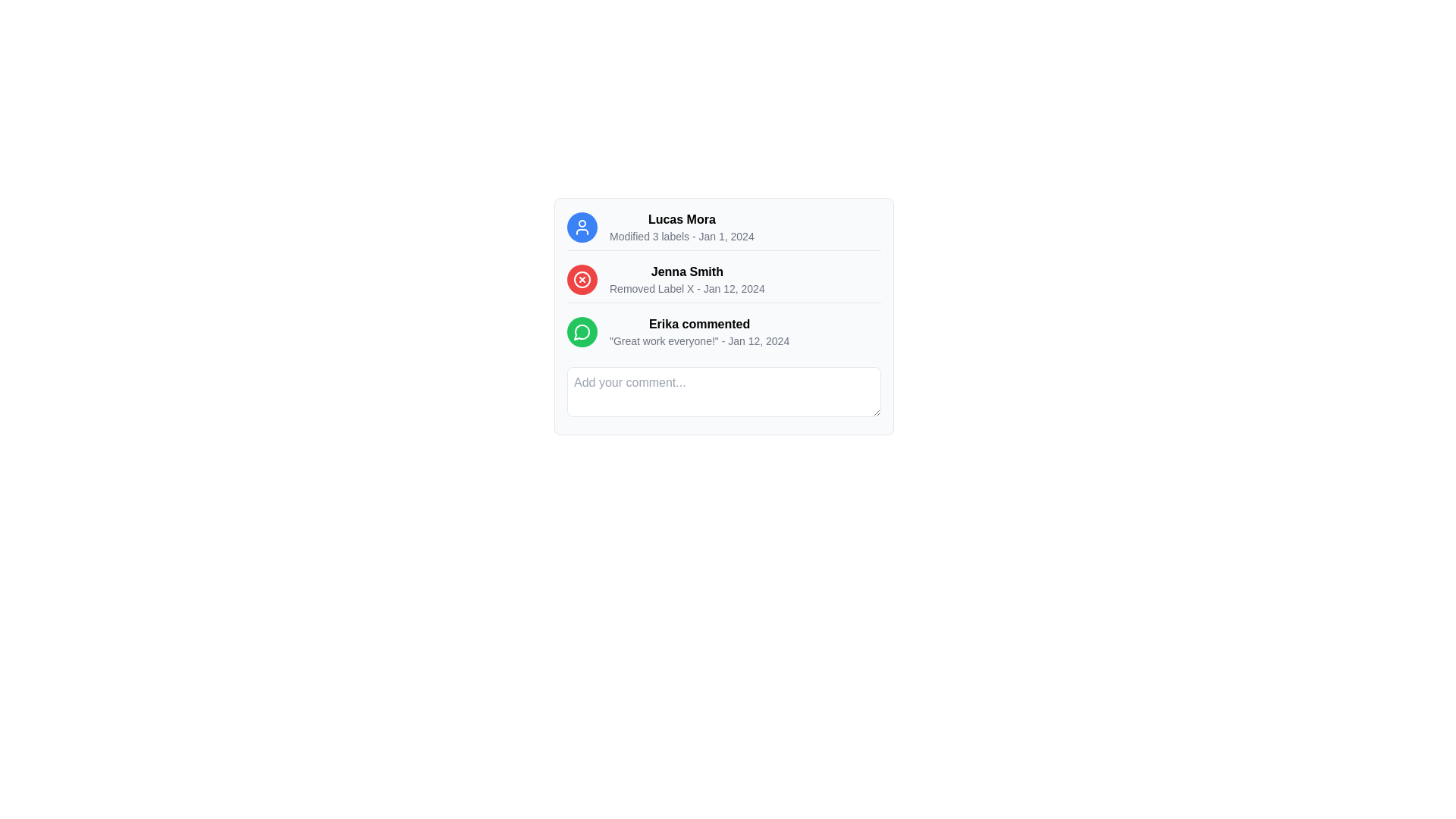 Image resolution: width=1456 pixels, height=819 pixels. Describe the element at coordinates (686, 271) in the screenshot. I see `the label displaying 'Jenna Smith', which is part of a comment-like display list, positioned between 'Lucas Mora' and 'Erika commented'` at that location.